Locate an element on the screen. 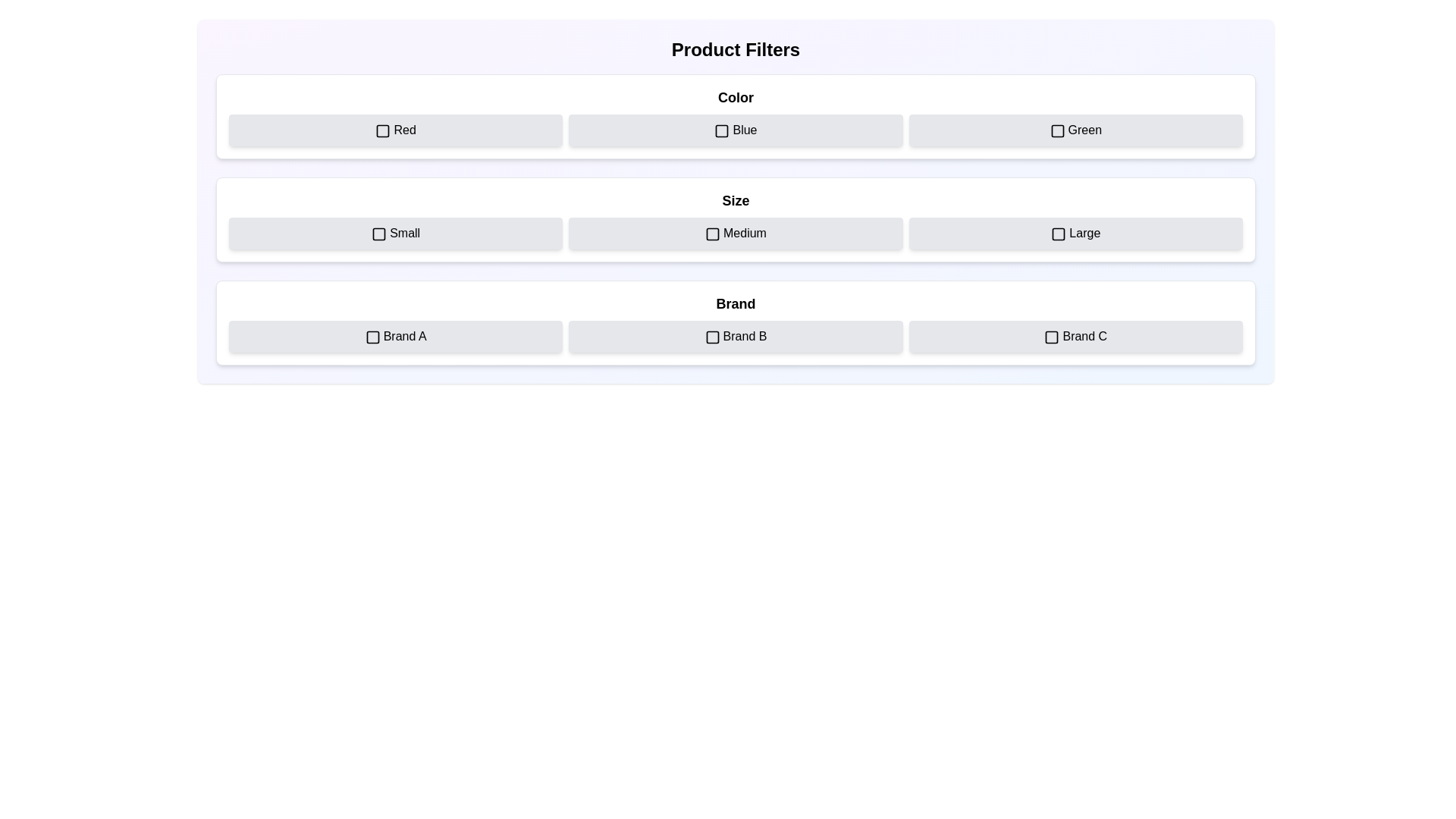  the static text label displaying 'Brand' in bold and large font, located at the top of the card-like section is located at coordinates (736, 304).